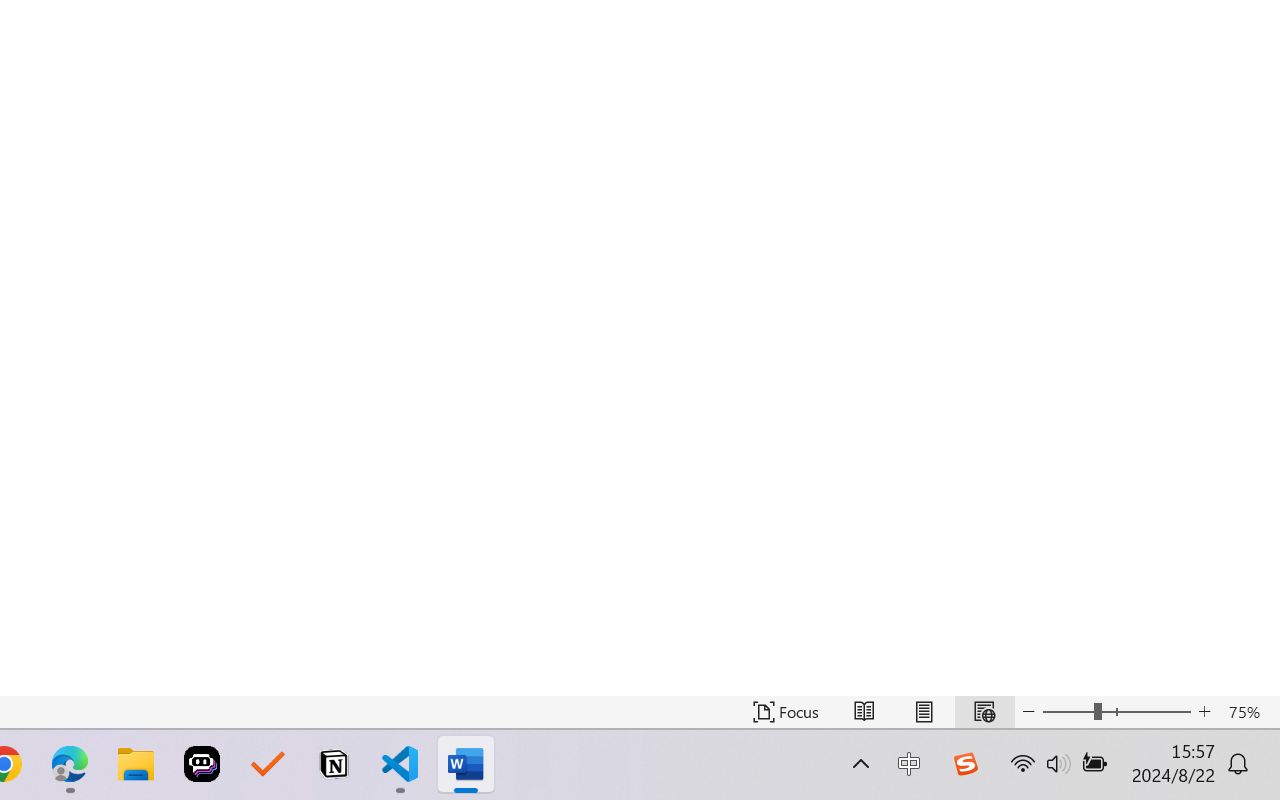  I want to click on 'Read Mode', so click(864, 711).